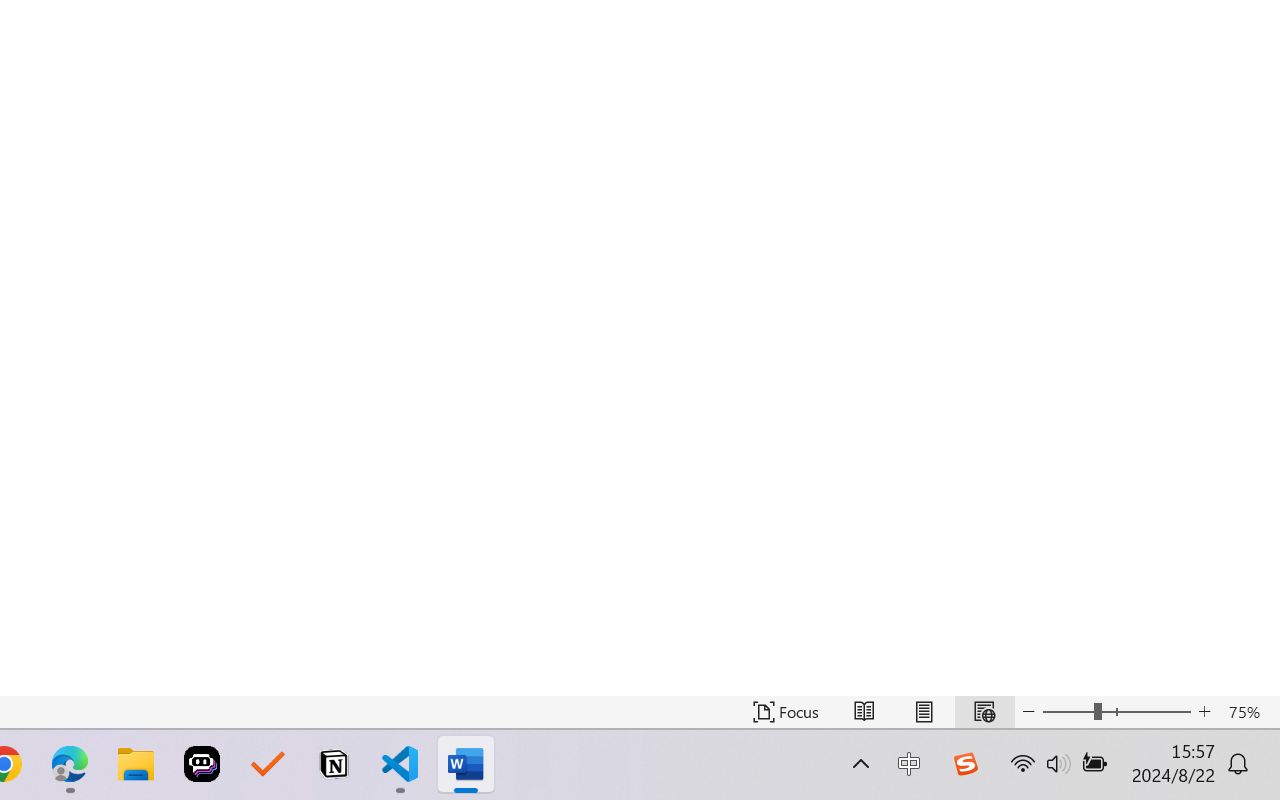  I want to click on 'Read Mode', so click(864, 711).